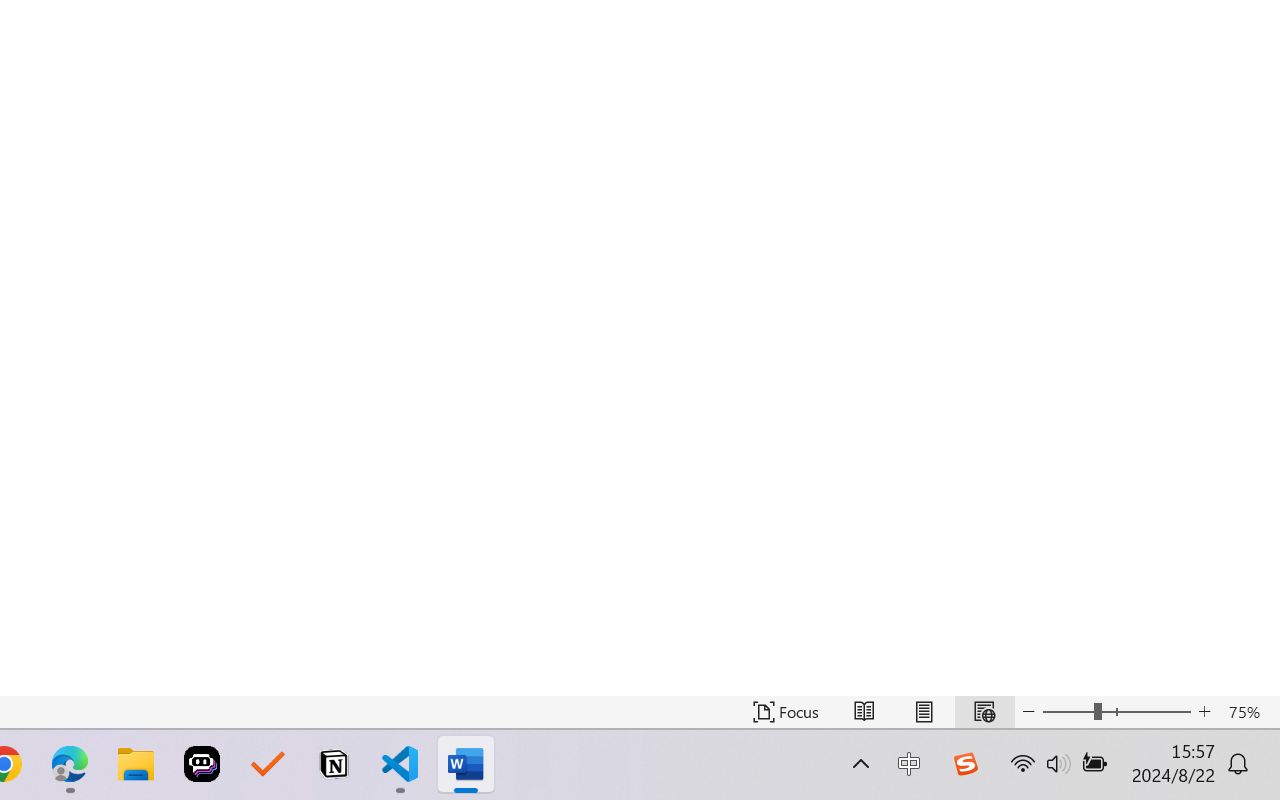  I want to click on 'Read Mode', so click(864, 711).